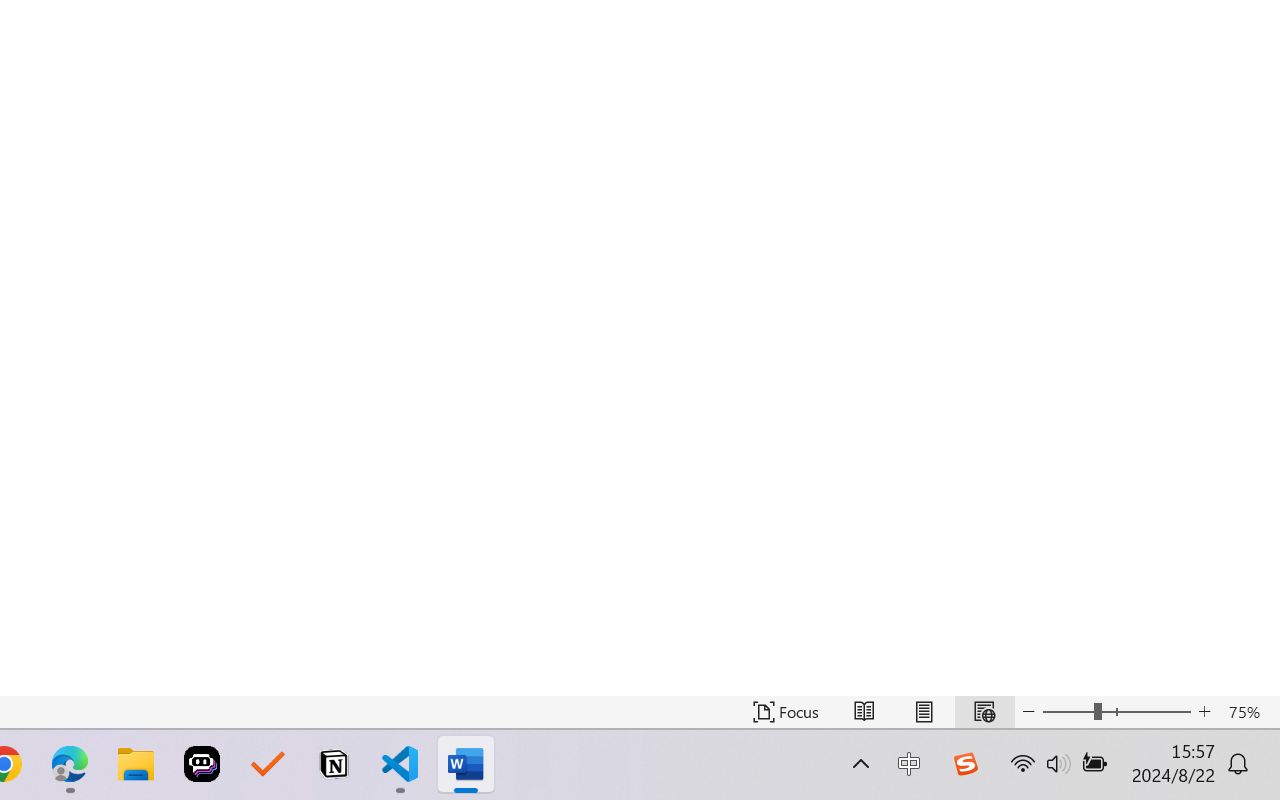  I want to click on 'Read Mode', so click(864, 711).